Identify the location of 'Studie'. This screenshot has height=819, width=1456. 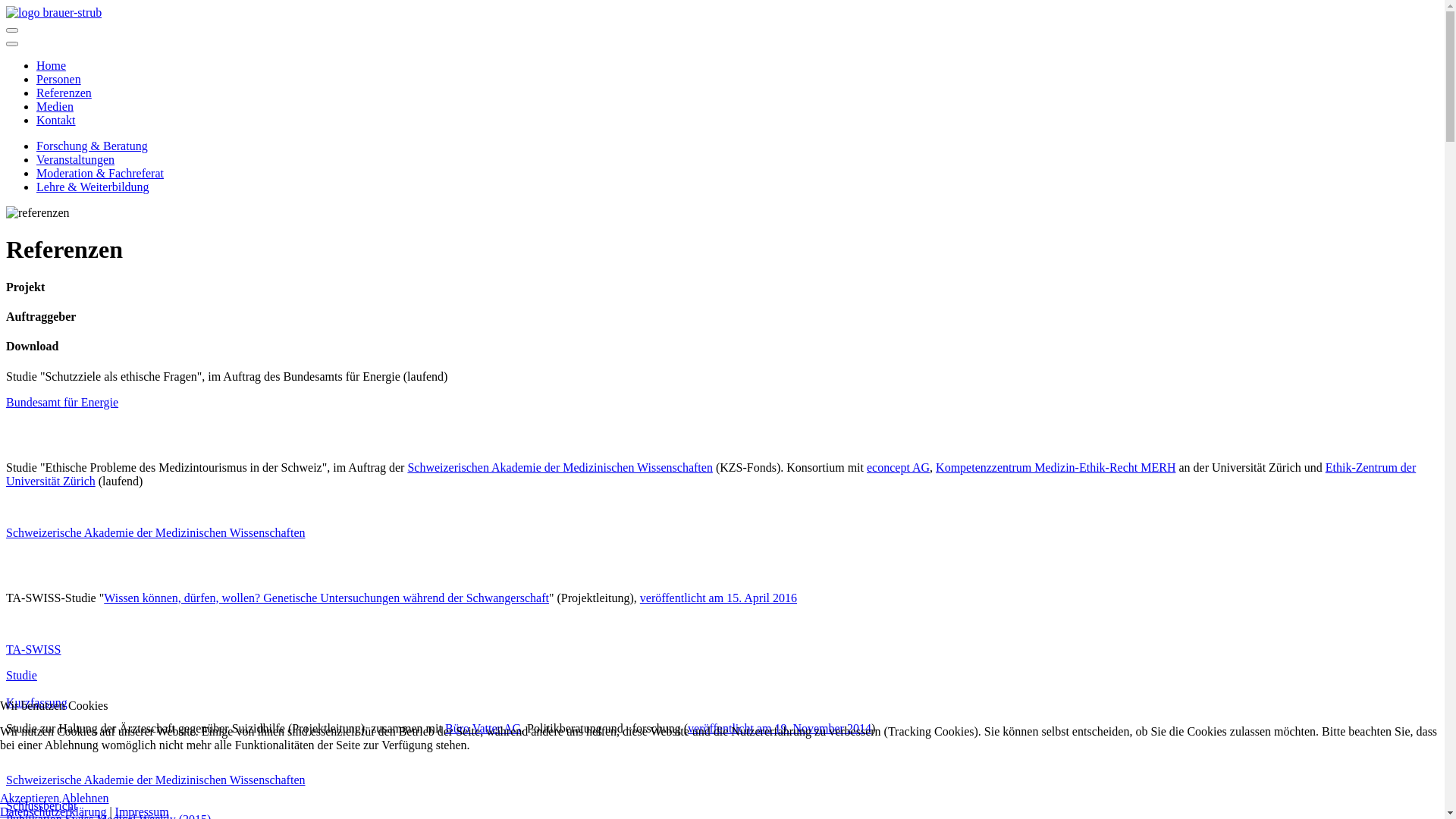
(21, 681).